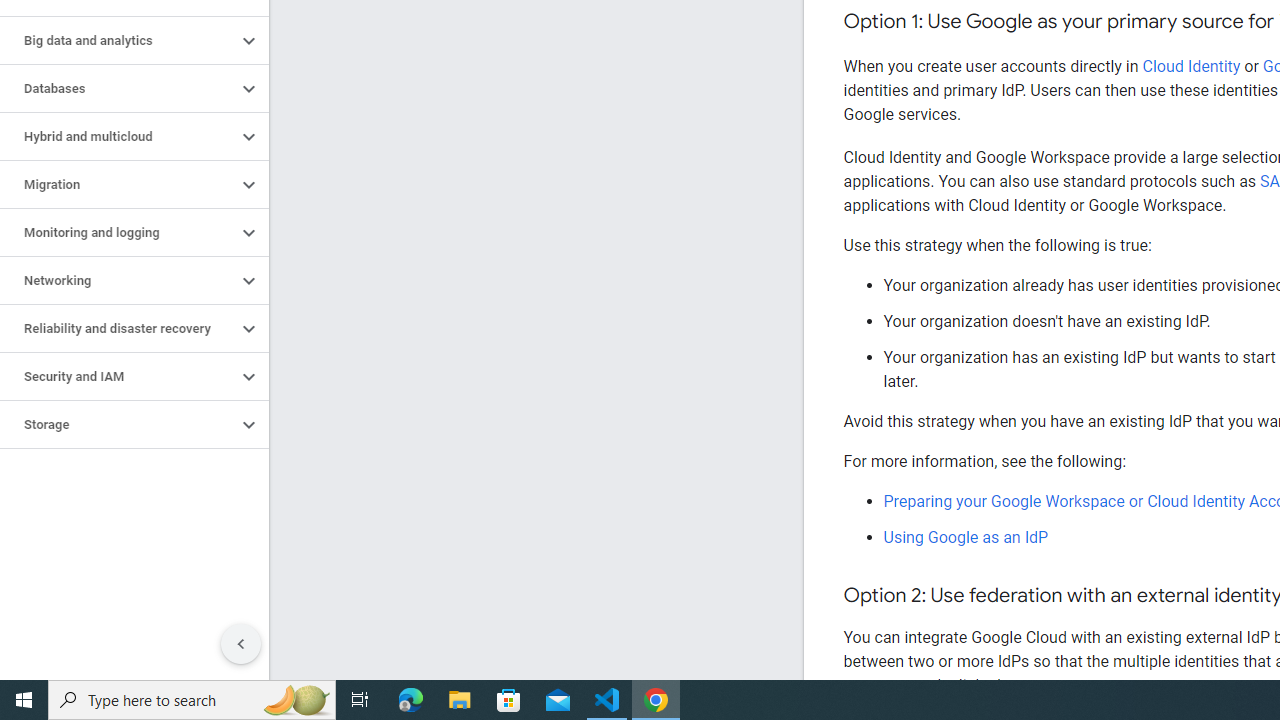 The height and width of the screenshot is (720, 1280). I want to click on 'Security and IAM', so click(117, 376).